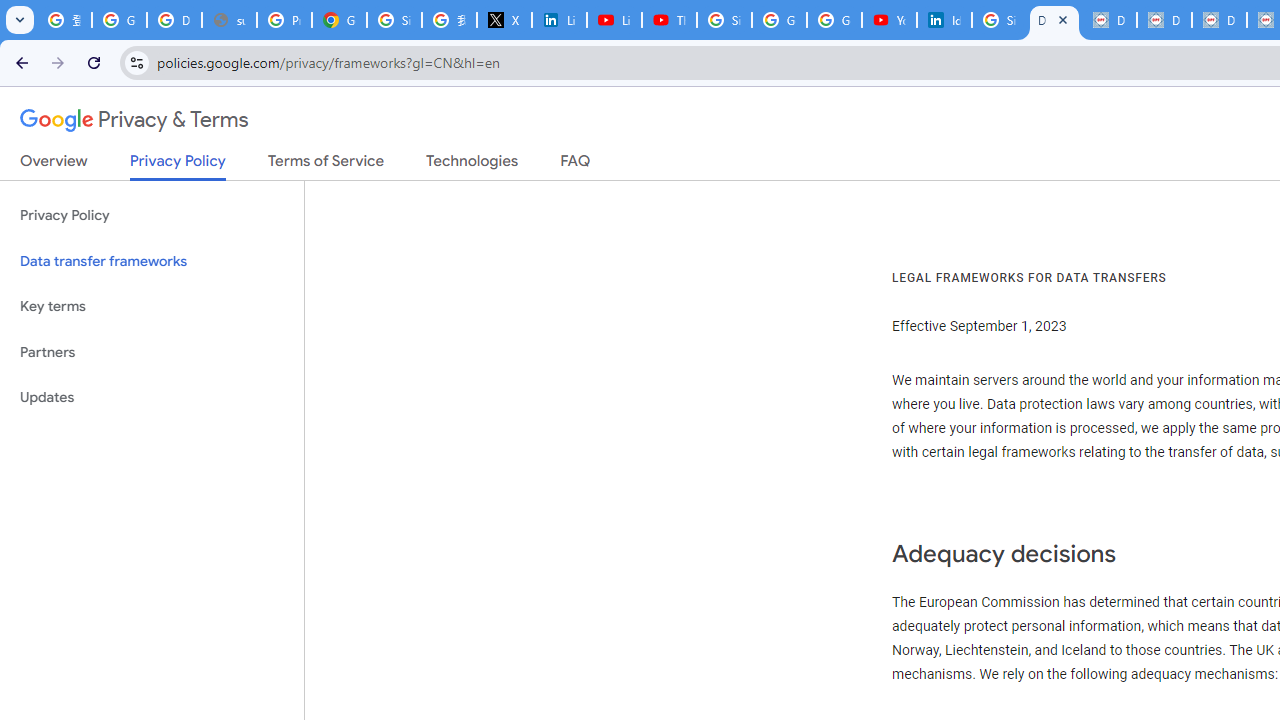  What do you see at coordinates (229, 20) in the screenshot?
I see `'support.google.com - Network error'` at bounding box center [229, 20].